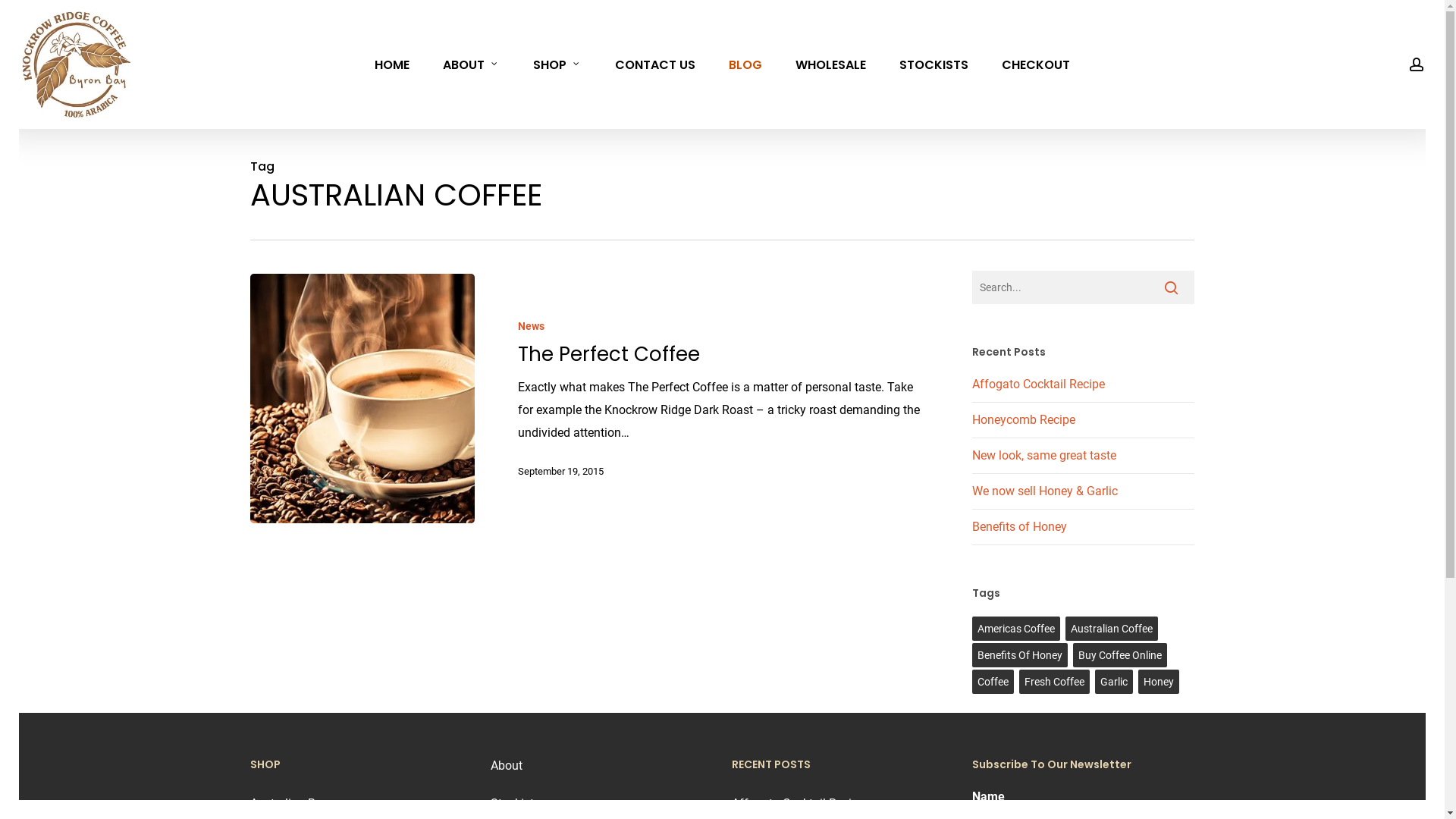  What do you see at coordinates (830, 63) in the screenshot?
I see `'WHOLESALE'` at bounding box center [830, 63].